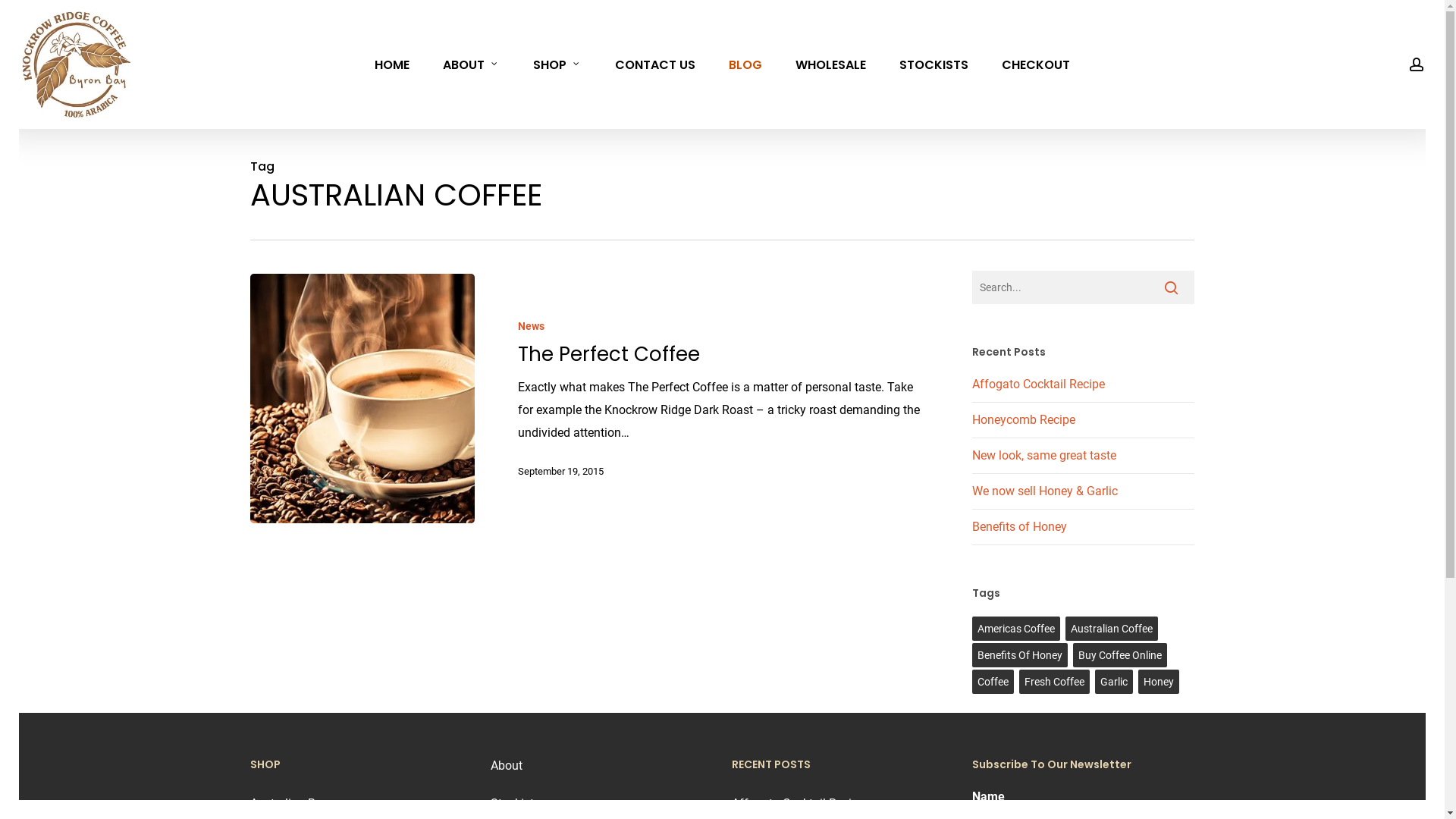  What do you see at coordinates (830, 63) in the screenshot?
I see `'WHOLESALE'` at bounding box center [830, 63].